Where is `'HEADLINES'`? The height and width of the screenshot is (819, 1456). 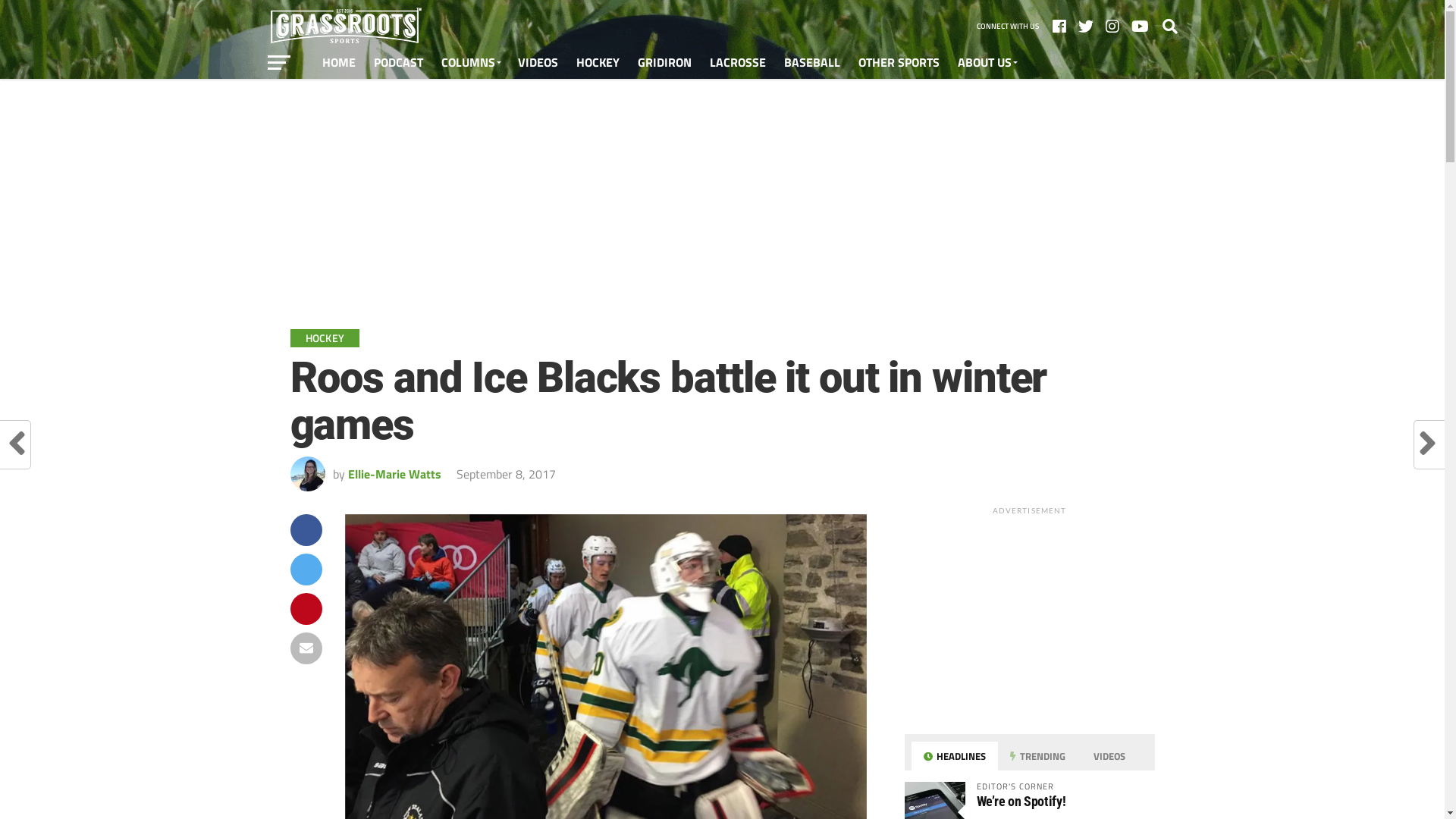
'HEADLINES' is located at coordinates (953, 755).